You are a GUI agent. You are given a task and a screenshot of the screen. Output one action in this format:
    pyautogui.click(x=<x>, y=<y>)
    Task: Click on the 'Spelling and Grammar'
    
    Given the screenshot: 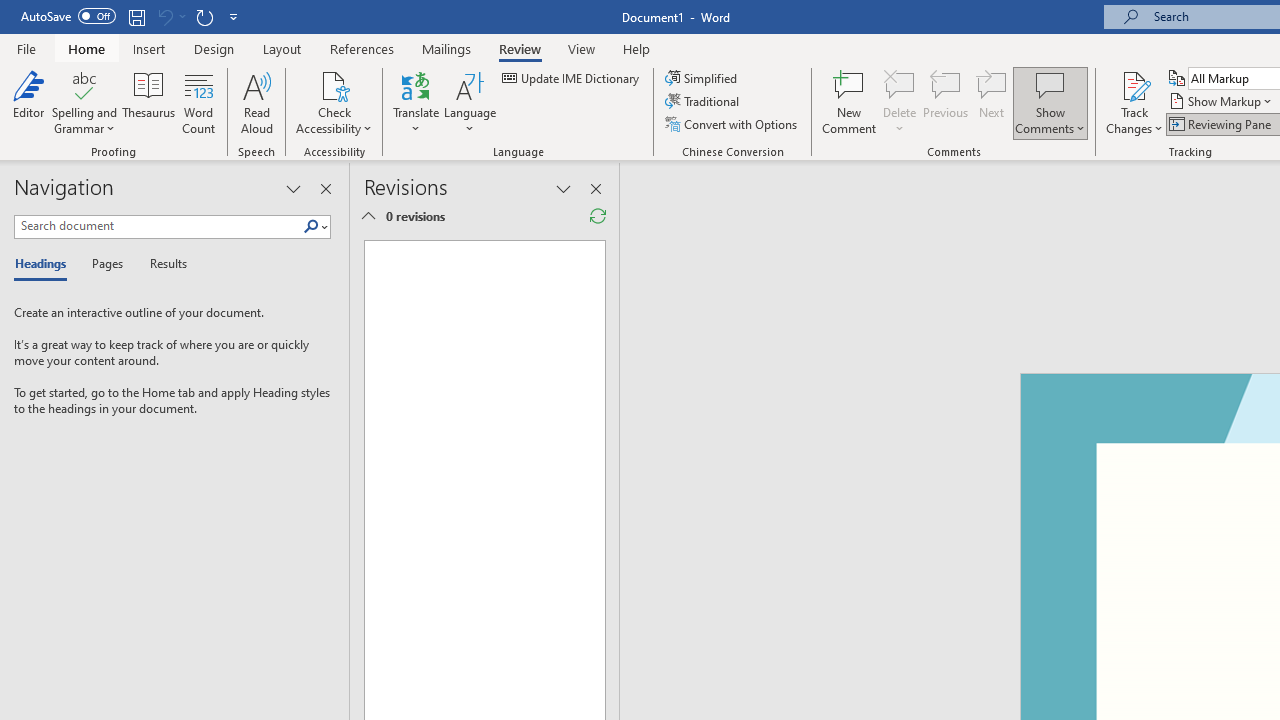 What is the action you would take?
    pyautogui.click(x=84, y=103)
    